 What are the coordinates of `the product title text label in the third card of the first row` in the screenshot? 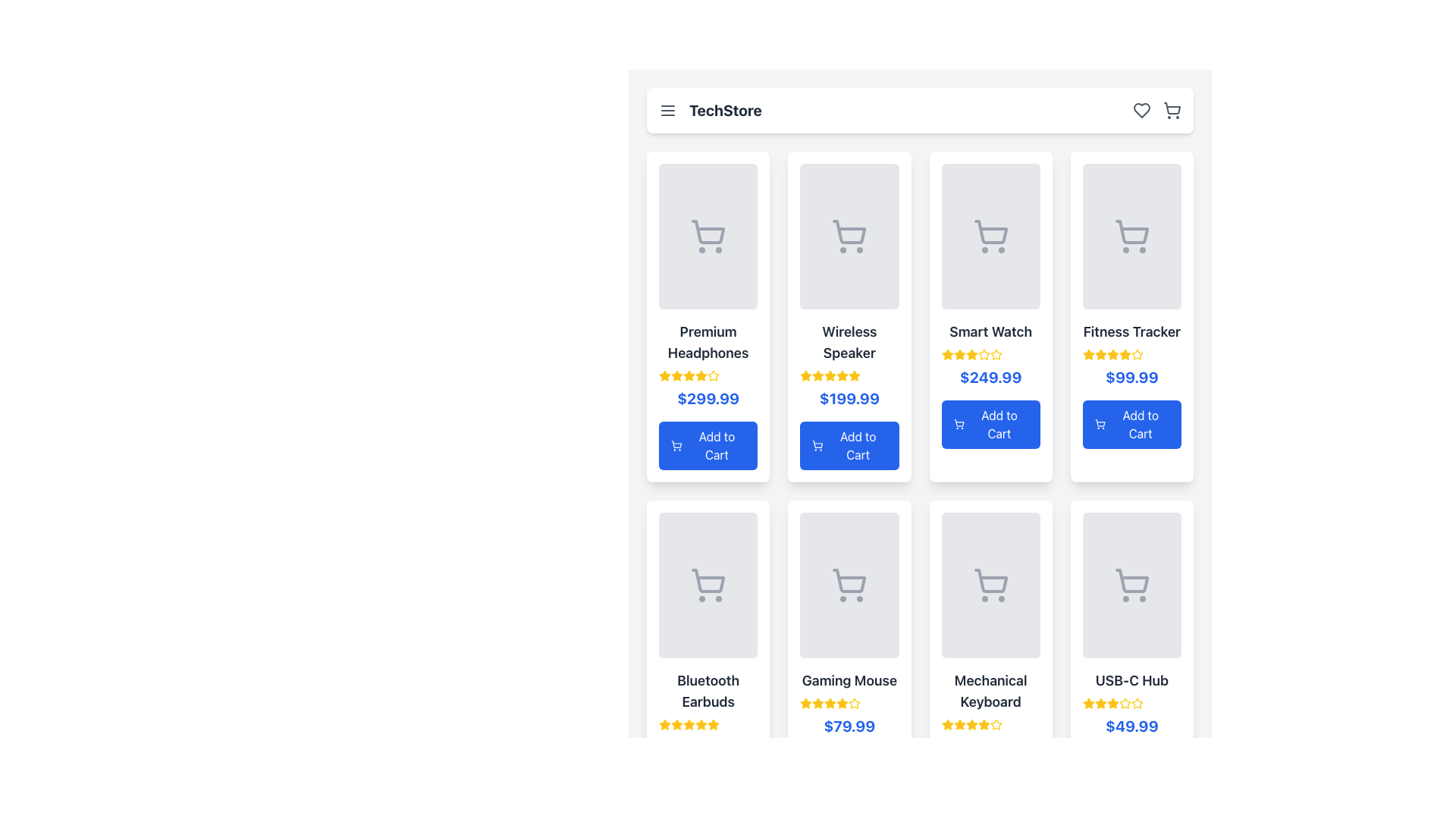 It's located at (990, 331).